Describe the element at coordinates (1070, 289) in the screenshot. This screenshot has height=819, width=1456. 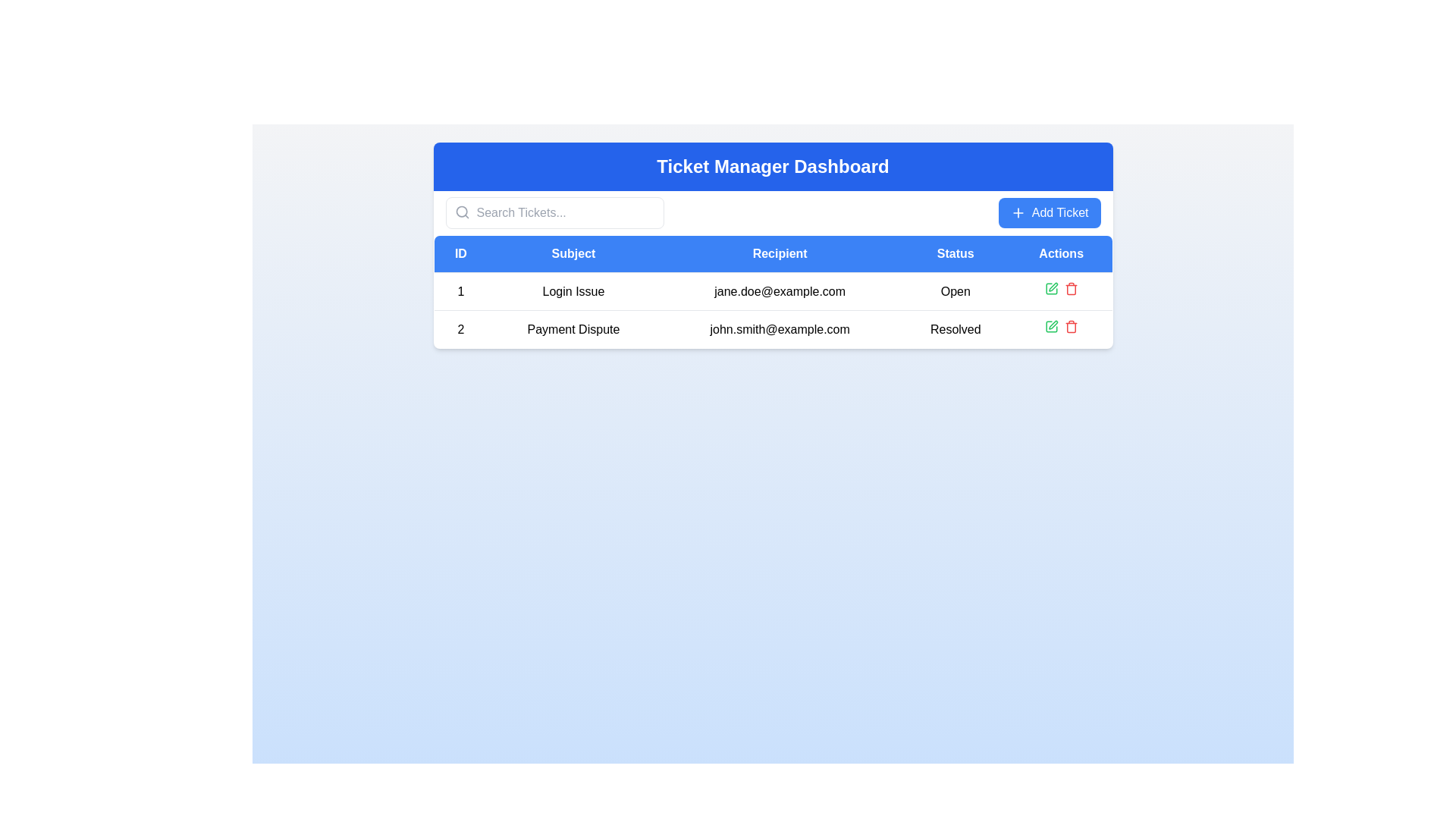
I see `the delete button in the Actions column of the second row to initiate a delete action for the corresponding ticket` at that location.